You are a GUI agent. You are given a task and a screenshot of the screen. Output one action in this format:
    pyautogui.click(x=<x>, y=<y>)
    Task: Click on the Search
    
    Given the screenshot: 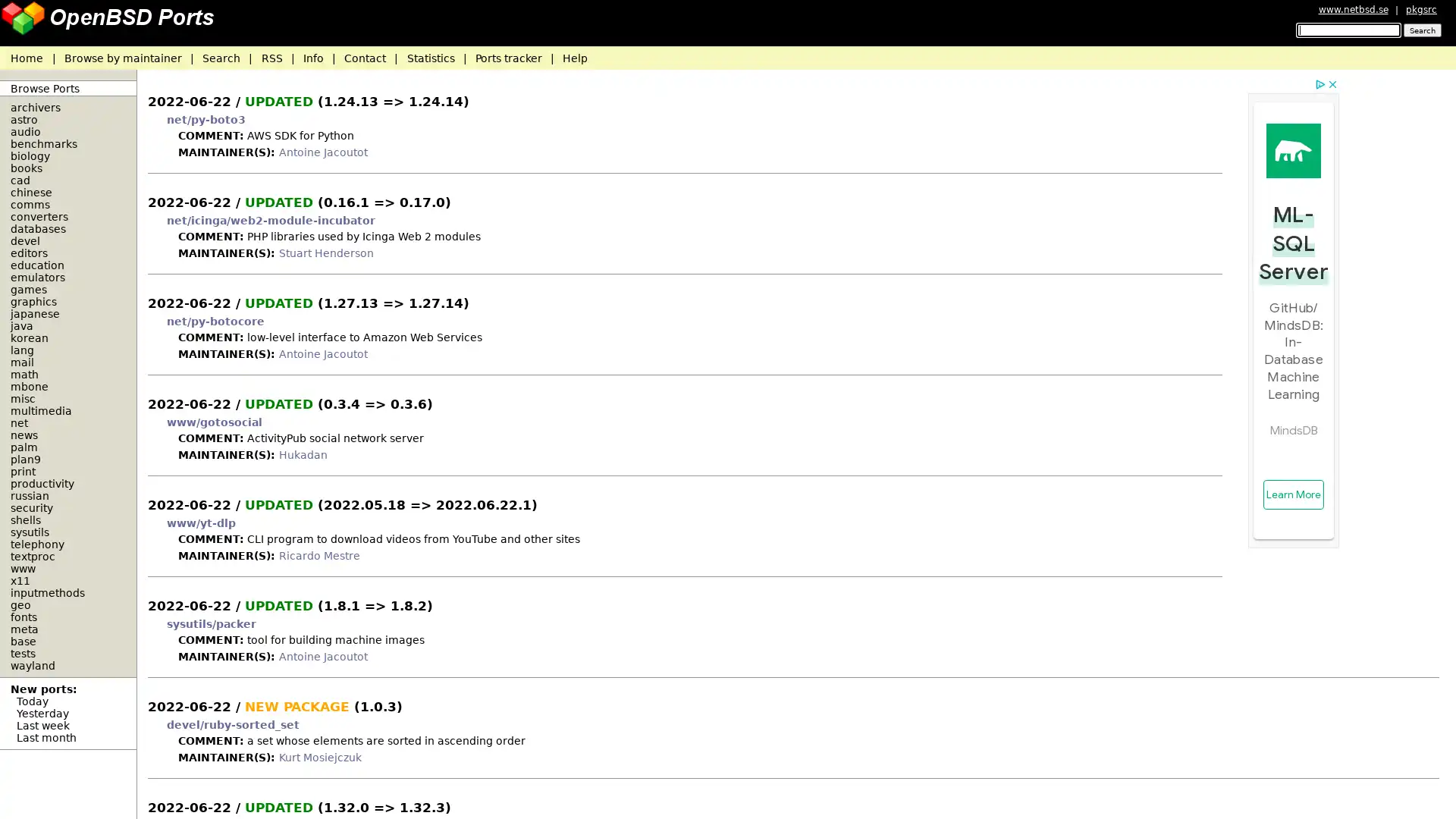 What is the action you would take?
    pyautogui.click(x=1421, y=30)
    